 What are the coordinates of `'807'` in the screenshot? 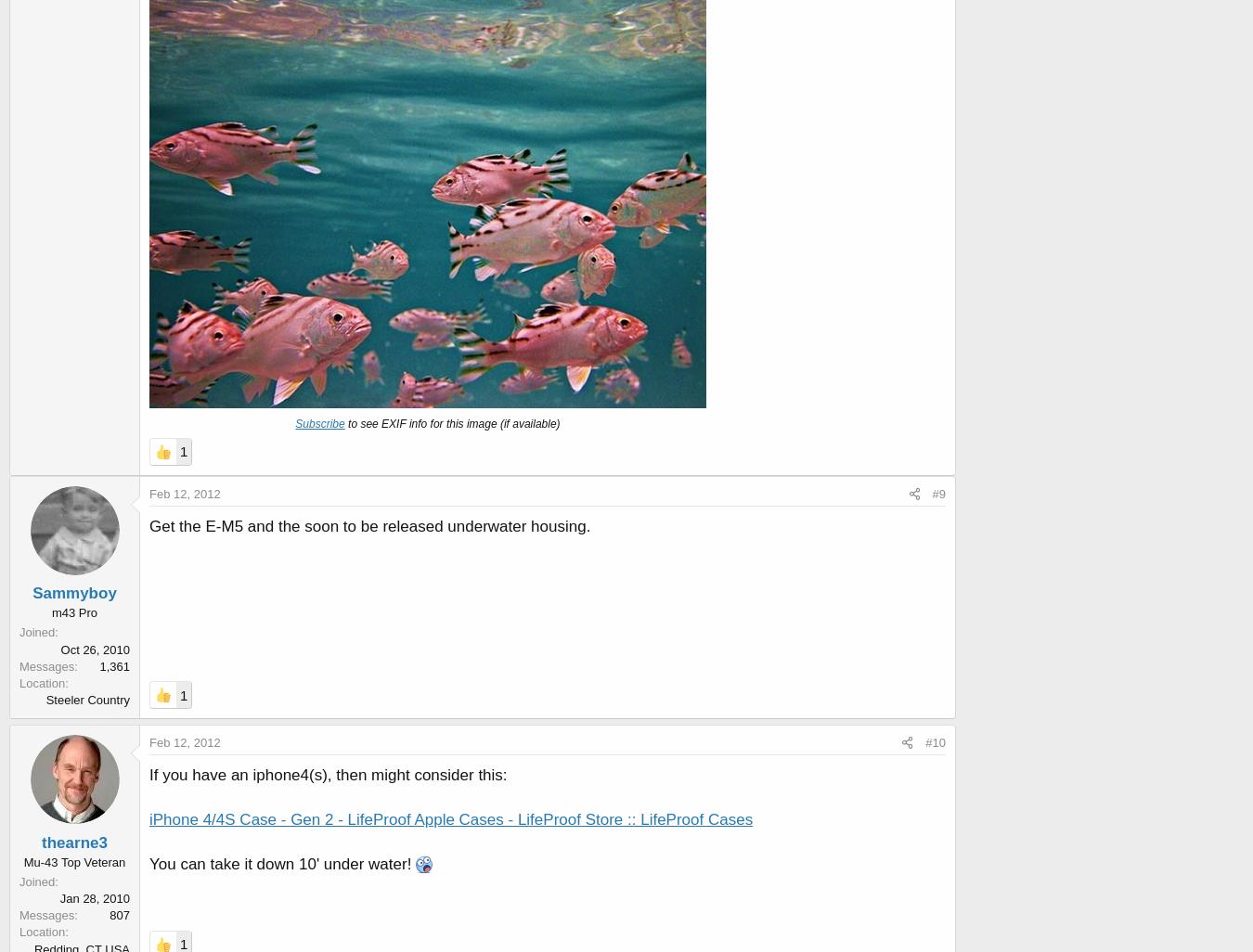 It's located at (120, 914).